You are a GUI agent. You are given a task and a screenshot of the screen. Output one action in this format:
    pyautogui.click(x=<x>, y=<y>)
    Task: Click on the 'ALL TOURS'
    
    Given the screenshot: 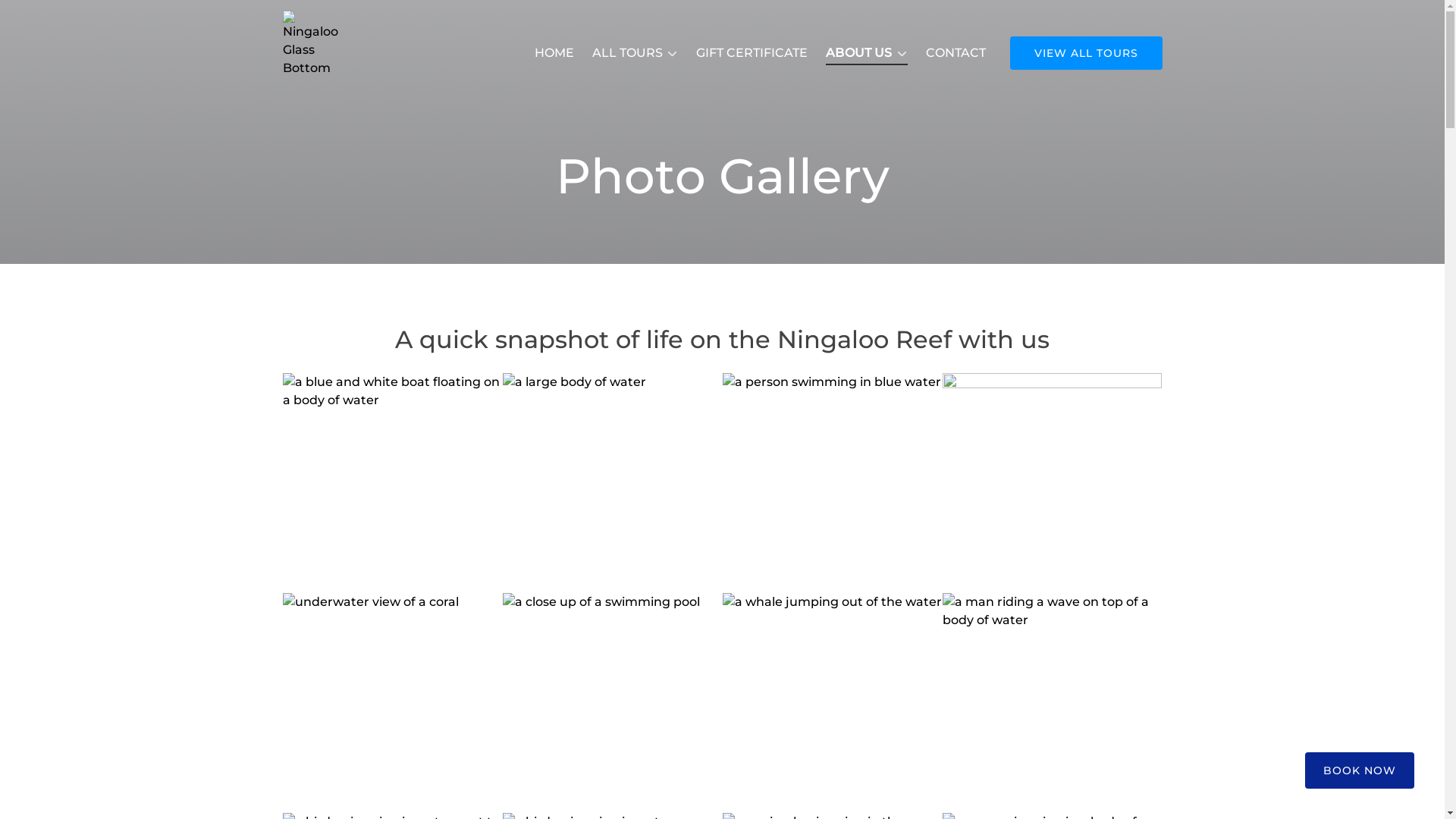 What is the action you would take?
    pyautogui.click(x=635, y=52)
    